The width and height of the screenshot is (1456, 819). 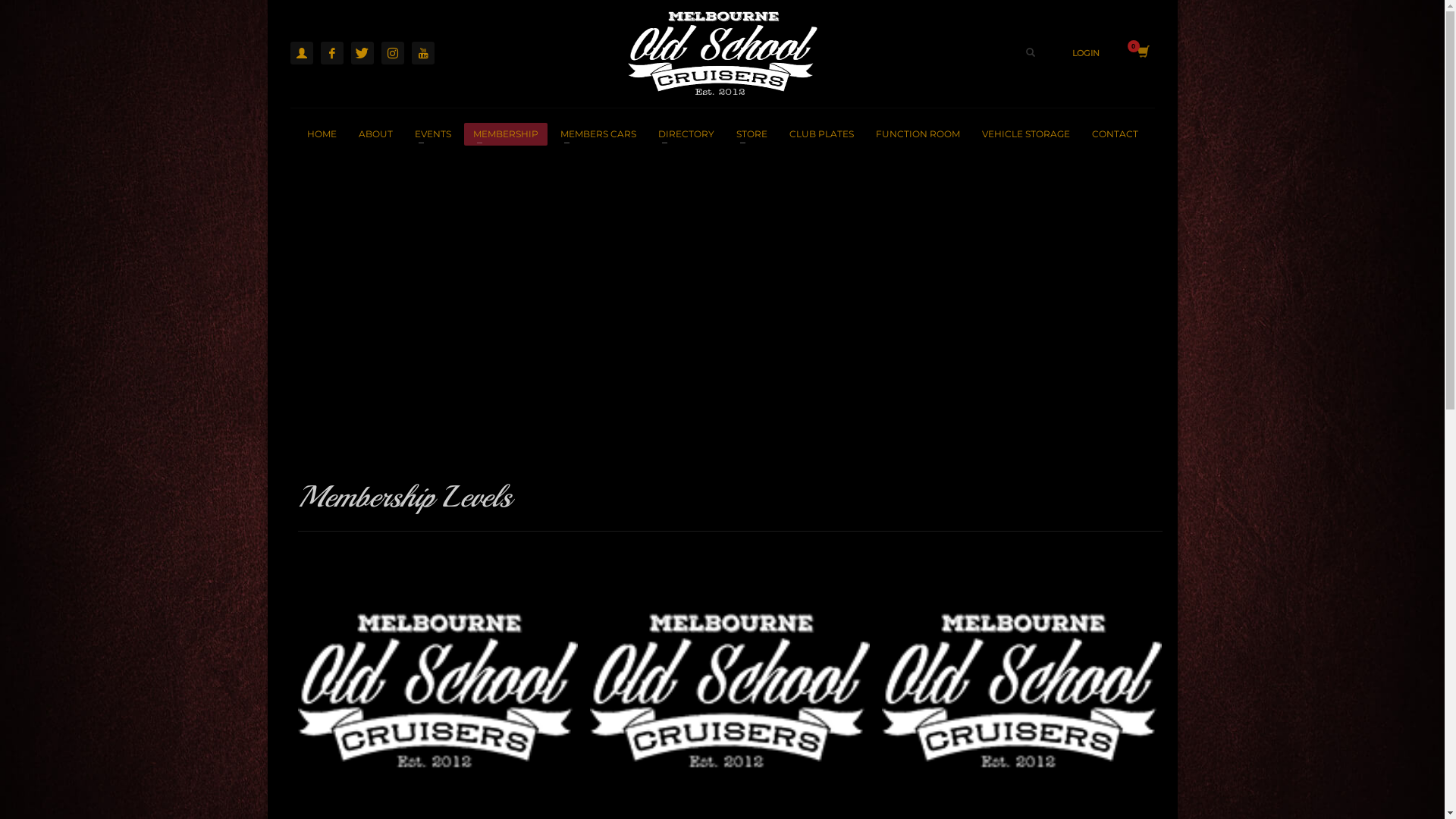 I want to click on 'VEHICLE STORAGE', so click(x=971, y=133).